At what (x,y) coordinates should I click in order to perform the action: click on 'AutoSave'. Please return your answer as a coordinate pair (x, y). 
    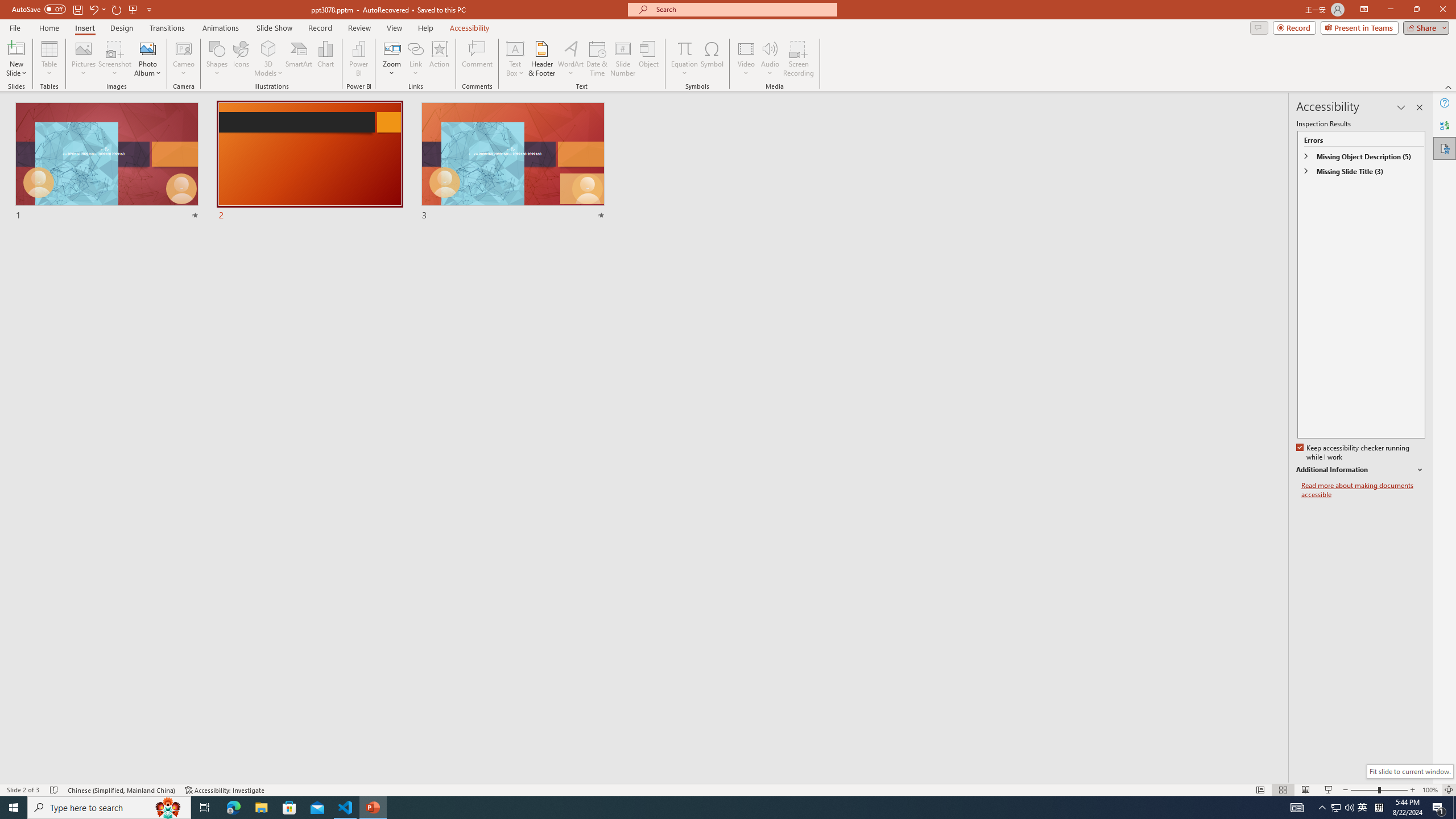
    Looking at the image, I should click on (39, 9).